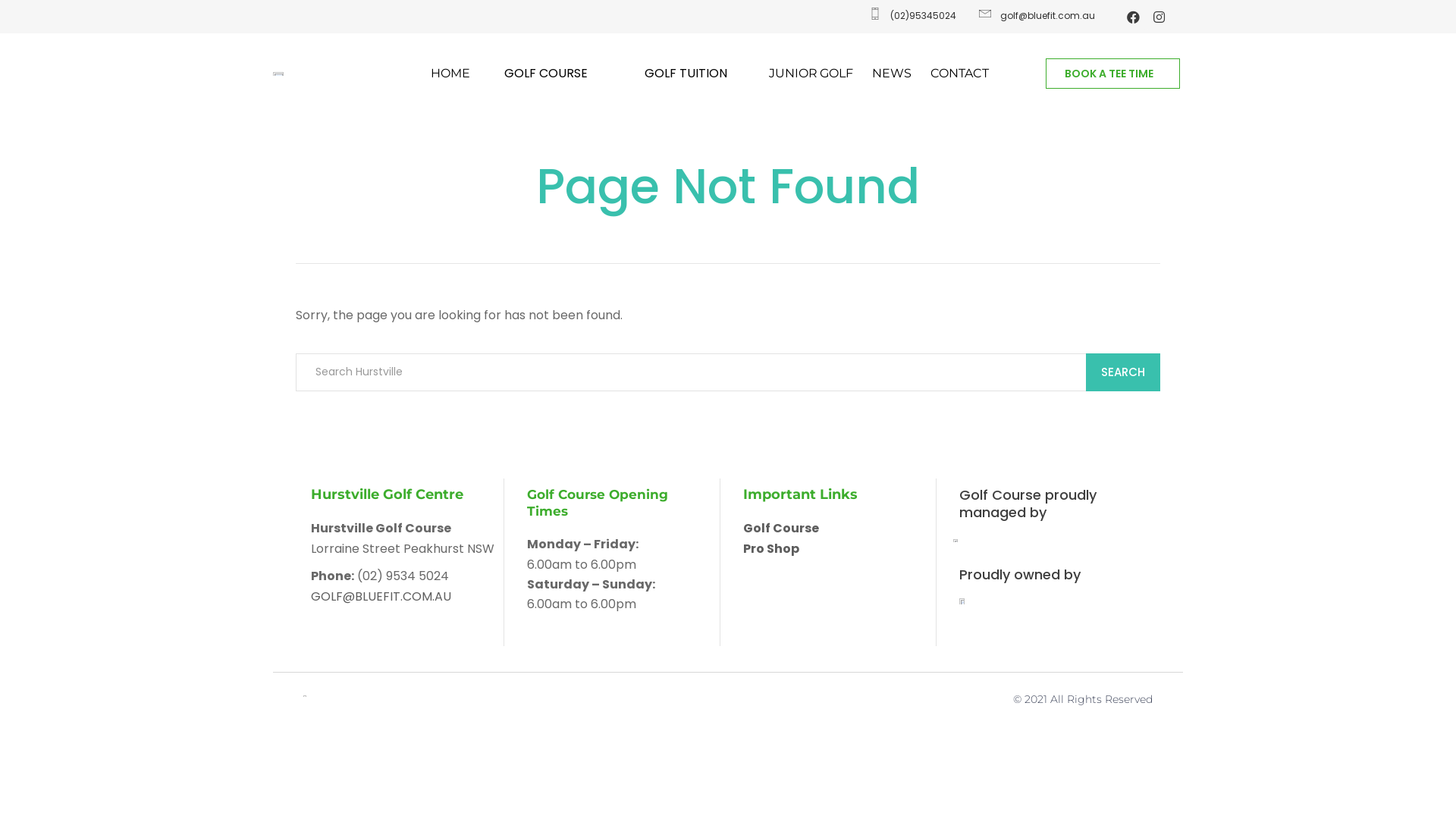 The width and height of the screenshot is (1456, 819). Describe the element at coordinates (959, 73) in the screenshot. I see `'CONTACT'` at that location.